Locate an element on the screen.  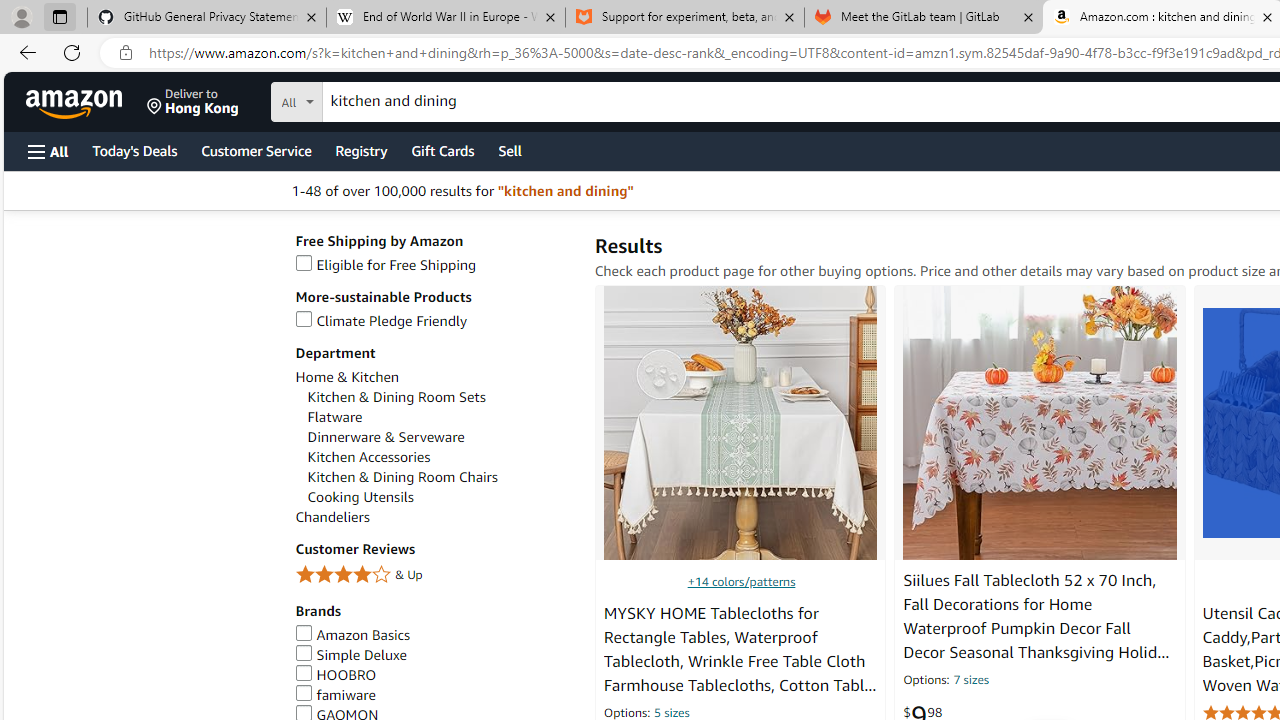
'Today' is located at coordinates (133, 149).